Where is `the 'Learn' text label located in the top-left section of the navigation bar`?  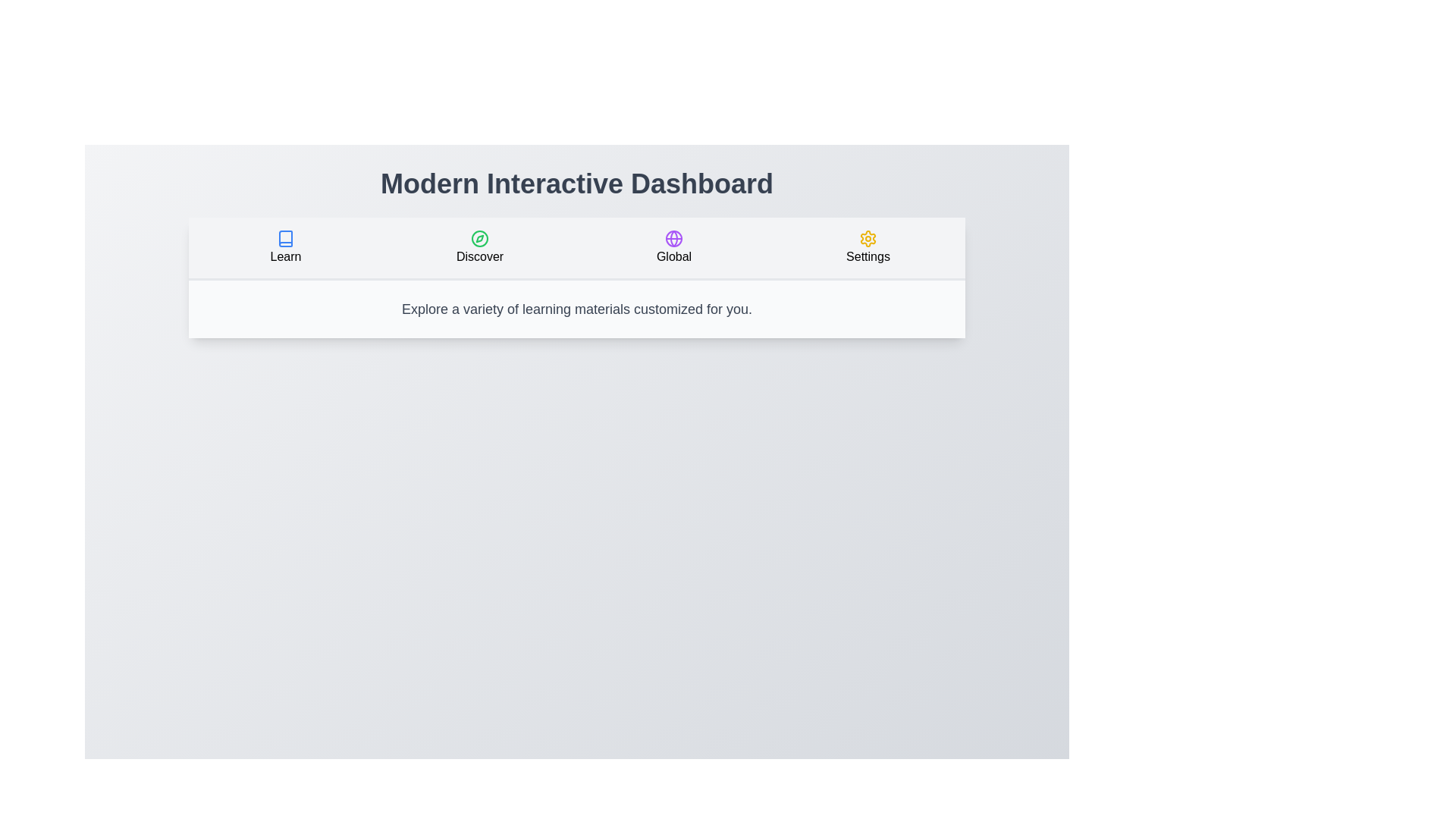 the 'Learn' text label located in the top-left section of the navigation bar is located at coordinates (285, 256).